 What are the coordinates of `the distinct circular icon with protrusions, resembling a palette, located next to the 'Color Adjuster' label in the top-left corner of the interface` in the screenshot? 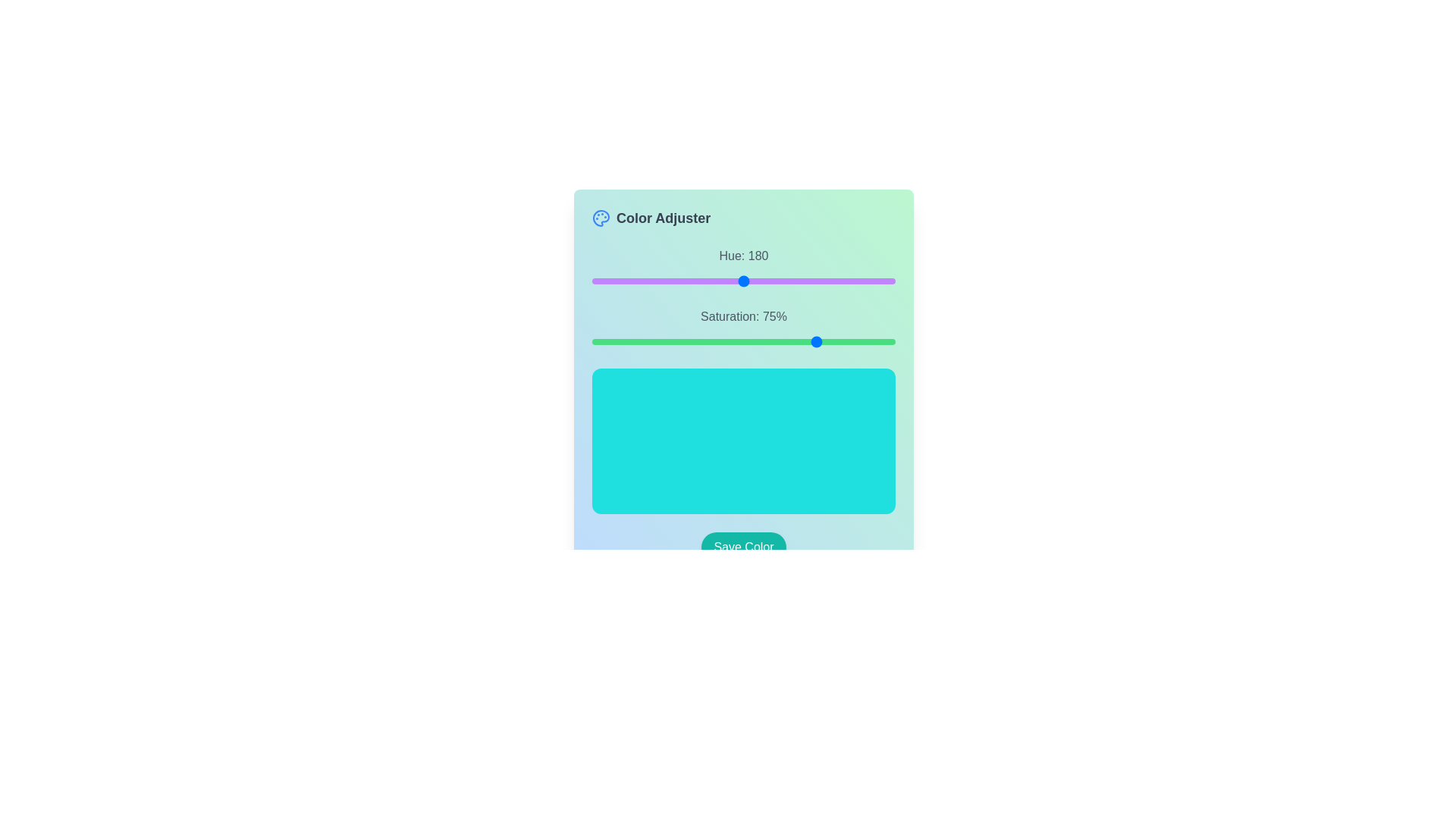 It's located at (600, 218).